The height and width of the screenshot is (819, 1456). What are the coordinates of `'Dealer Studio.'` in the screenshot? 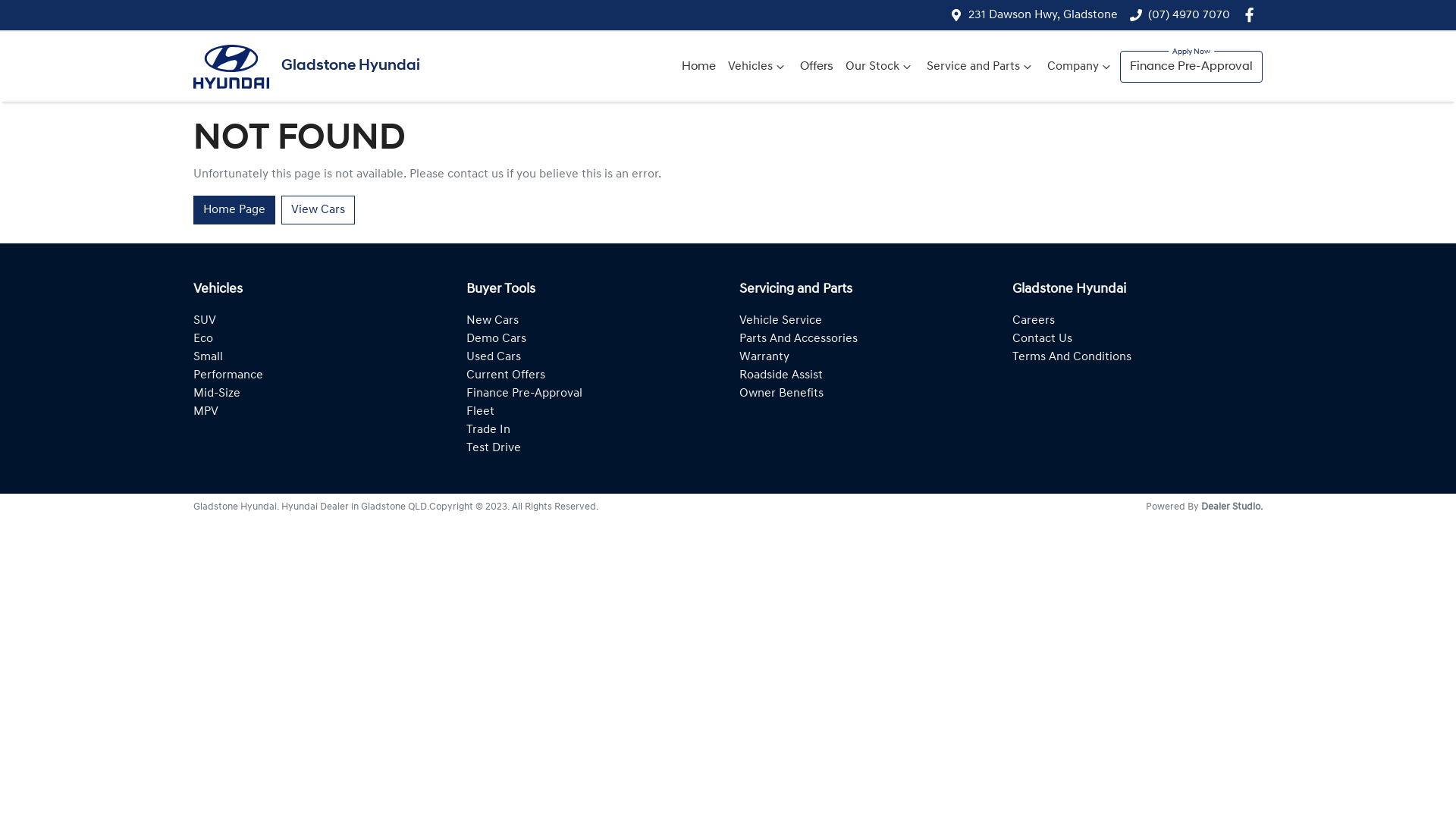 It's located at (1232, 507).